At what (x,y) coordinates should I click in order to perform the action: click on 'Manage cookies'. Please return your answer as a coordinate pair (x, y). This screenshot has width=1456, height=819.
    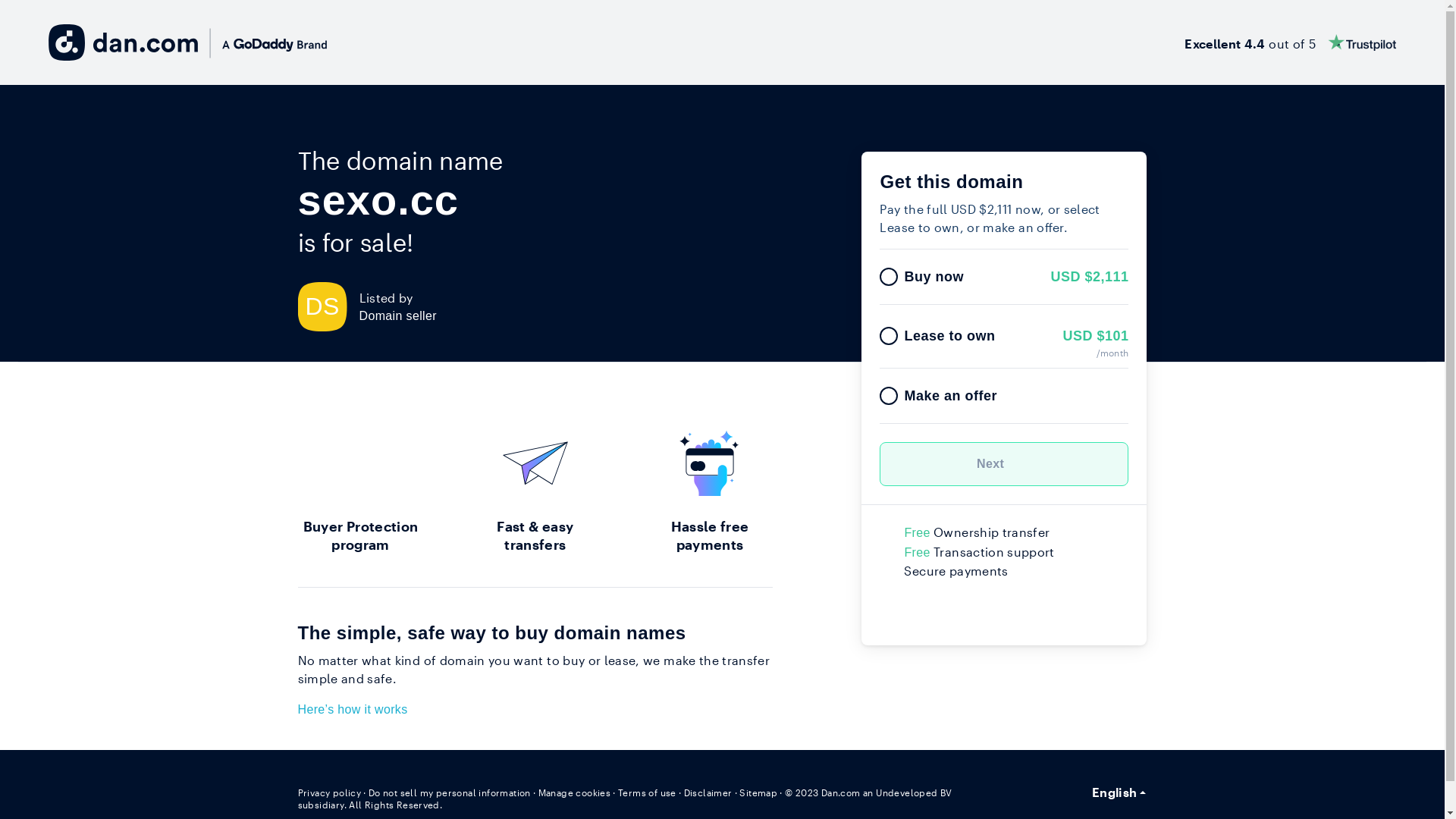
    Looking at the image, I should click on (538, 792).